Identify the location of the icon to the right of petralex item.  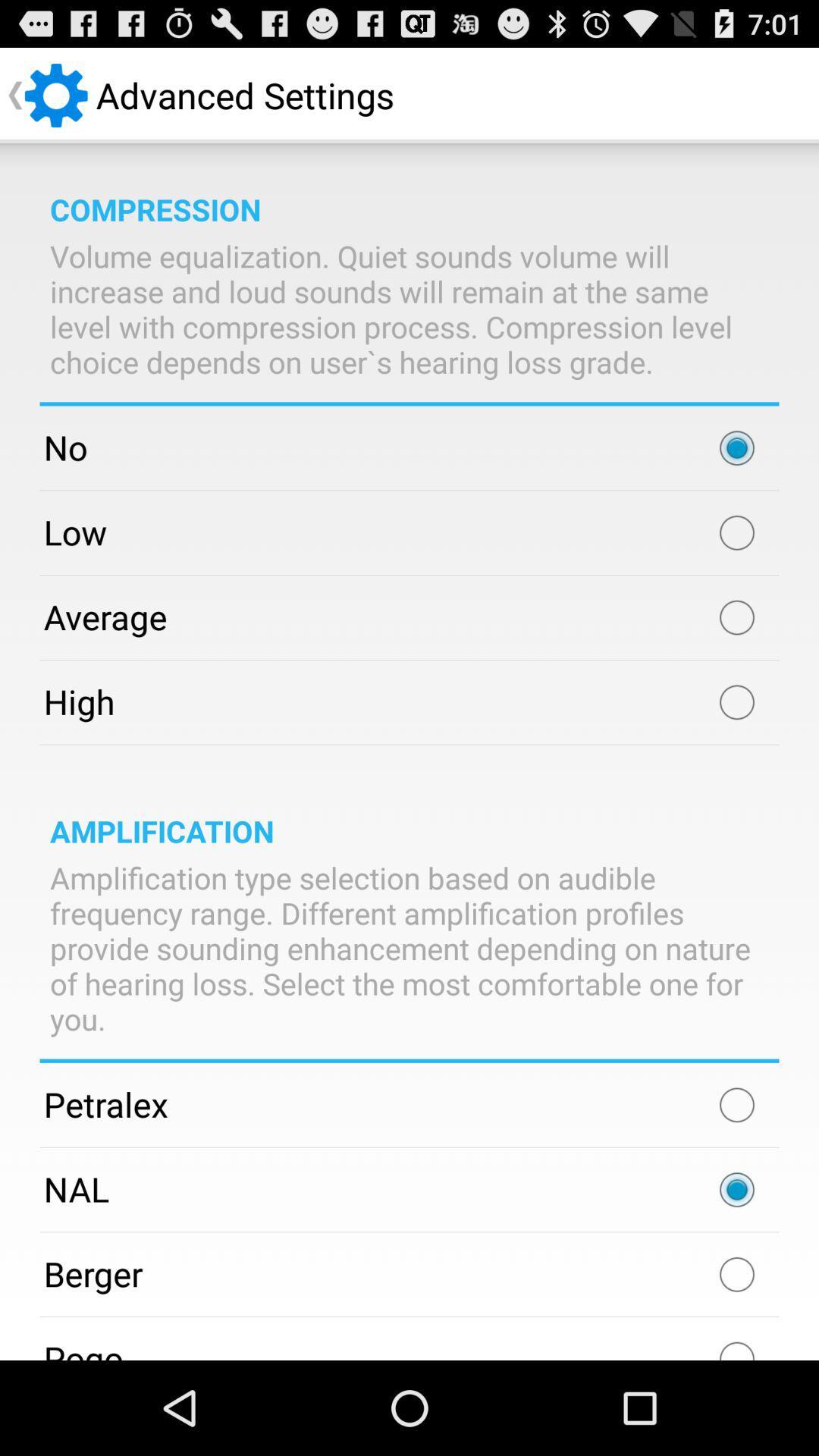
(736, 1105).